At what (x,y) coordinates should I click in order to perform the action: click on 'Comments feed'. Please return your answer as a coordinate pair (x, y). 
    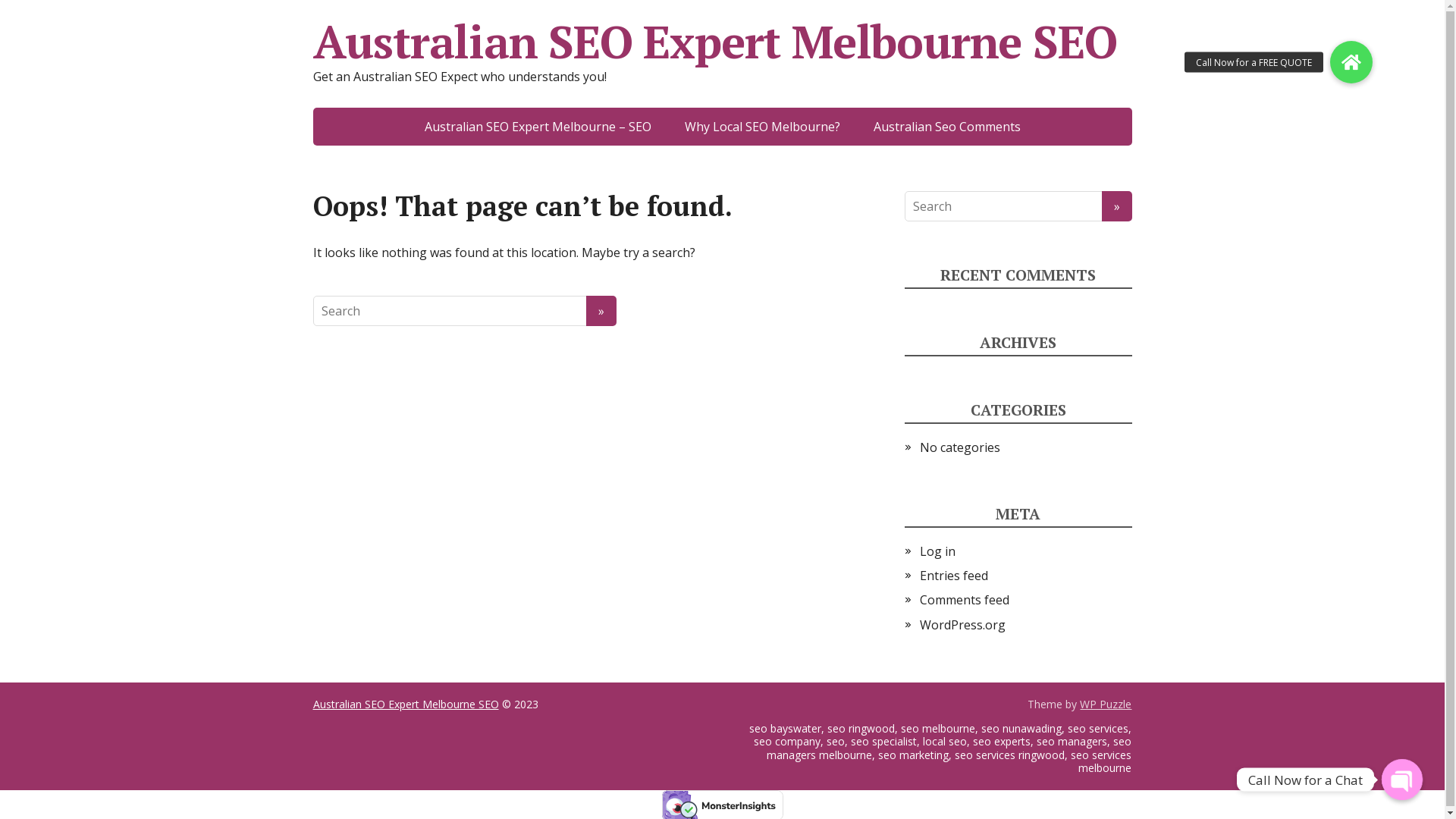
    Looking at the image, I should click on (963, 598).